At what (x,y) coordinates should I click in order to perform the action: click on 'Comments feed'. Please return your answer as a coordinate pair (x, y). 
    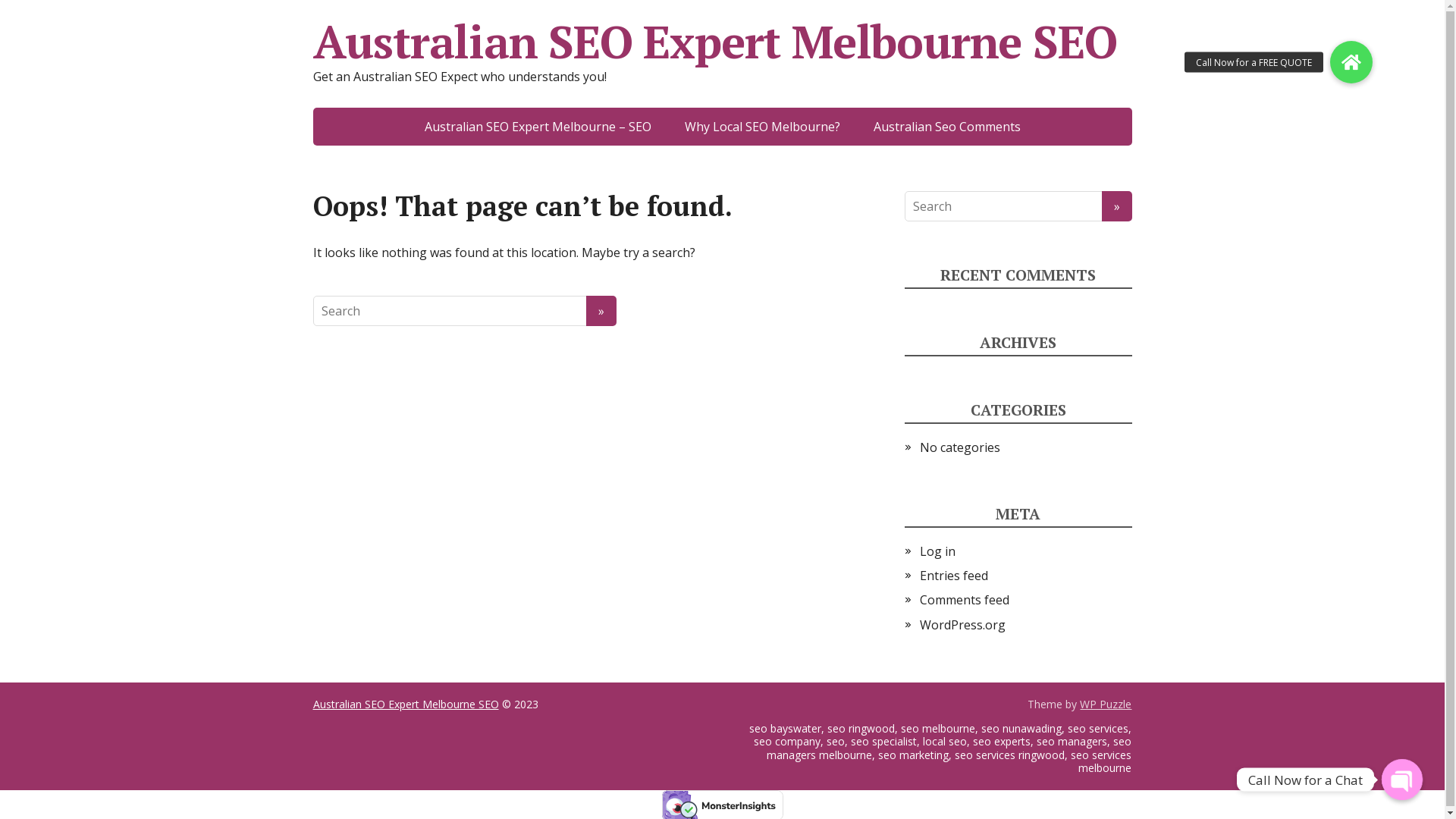
    Looking at the image, I should click on (963, 598).